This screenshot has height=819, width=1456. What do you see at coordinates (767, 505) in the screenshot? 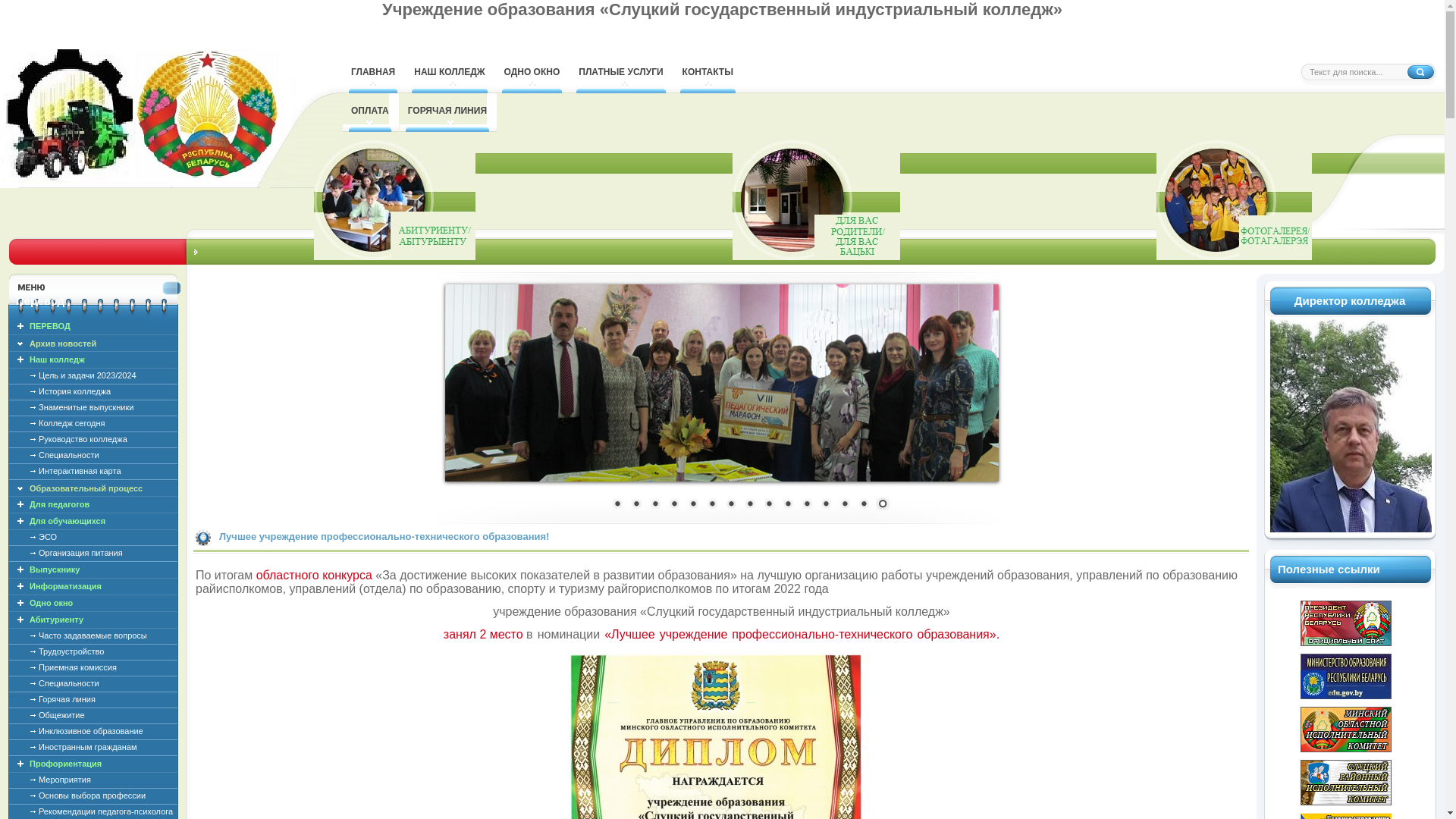
I see `'9'` at bounding box center [767, 505].